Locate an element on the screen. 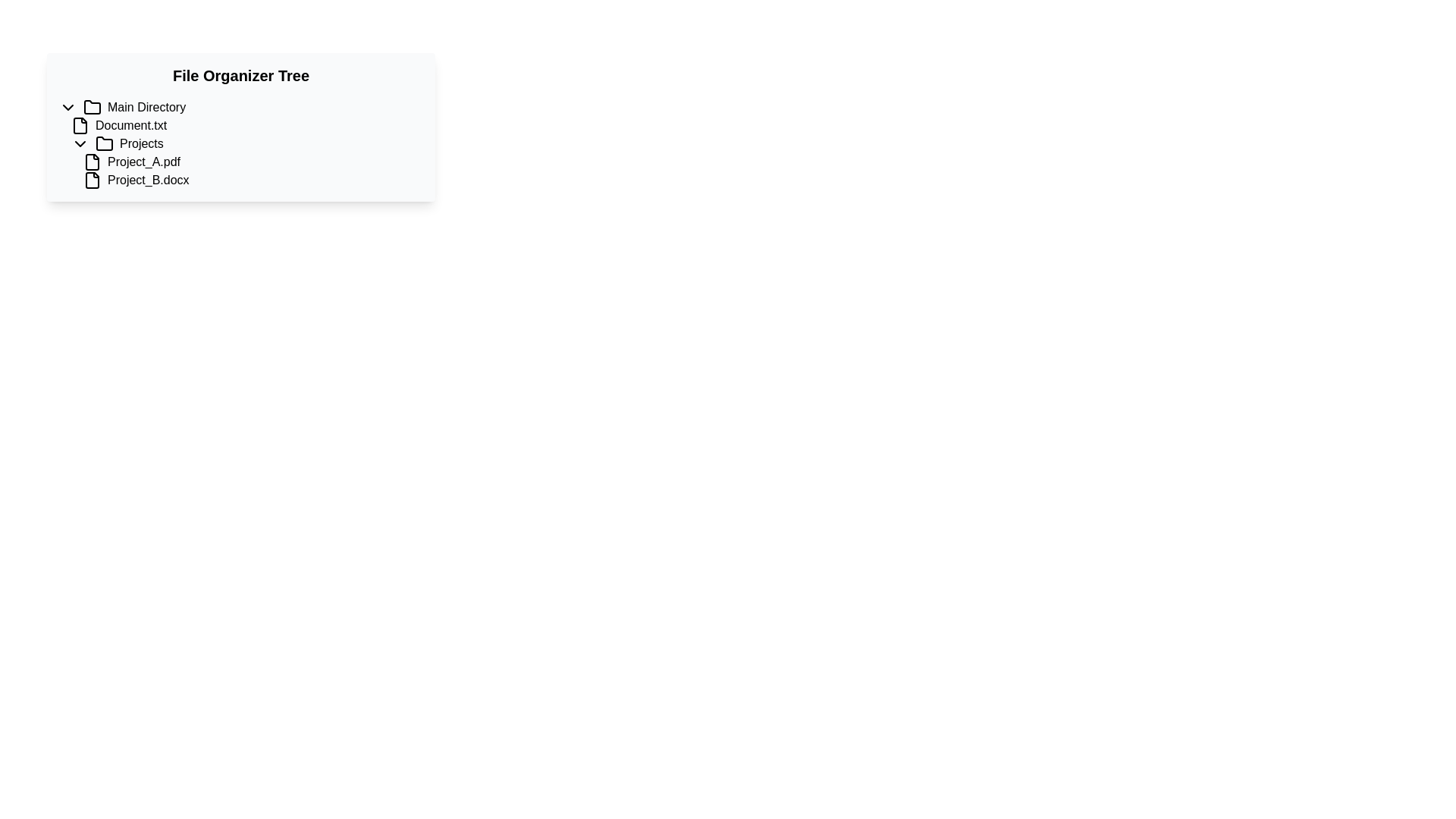 The height and width of the screenshot is (819, 1456). the text label for 'Project_A.pdf' in the directory listing is located at coordinates (144, 162).